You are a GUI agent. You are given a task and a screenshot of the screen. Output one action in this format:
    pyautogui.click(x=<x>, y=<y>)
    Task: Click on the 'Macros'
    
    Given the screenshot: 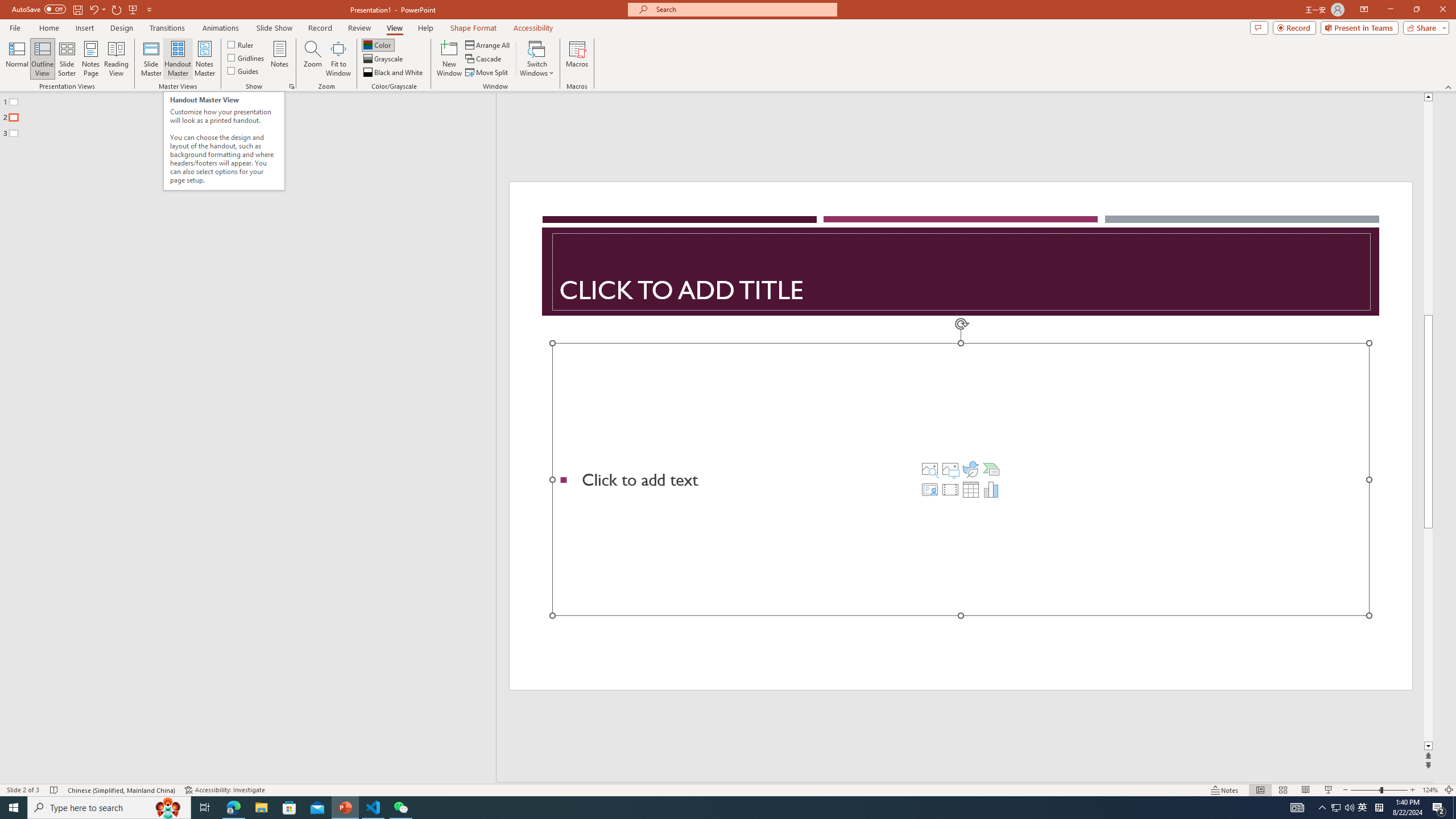 What is the action you would take?
    pyautogui.click(x=577, y=59)
    